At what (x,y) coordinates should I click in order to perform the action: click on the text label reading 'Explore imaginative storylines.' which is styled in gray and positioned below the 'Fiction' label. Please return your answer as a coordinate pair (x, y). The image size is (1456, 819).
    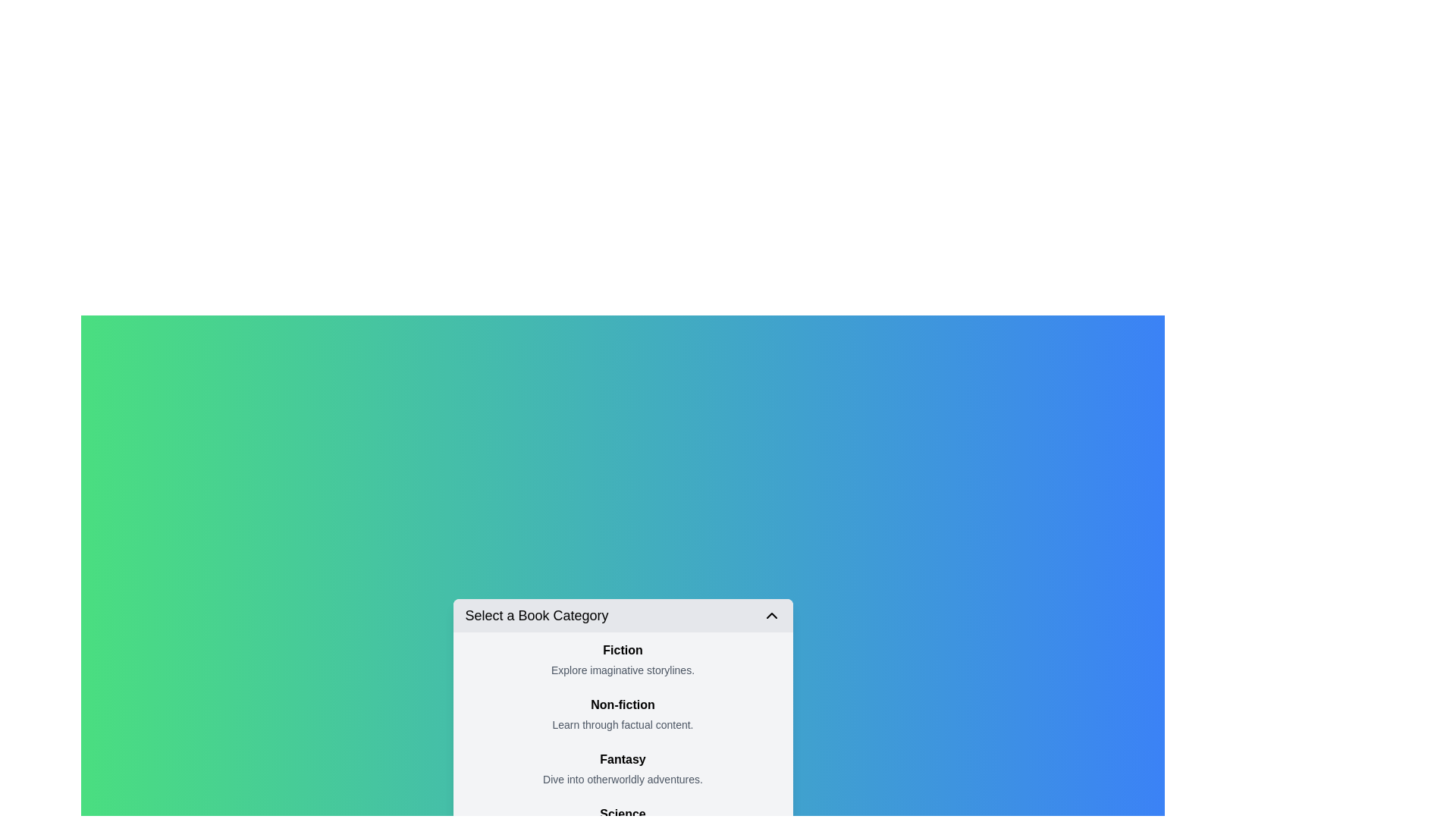
    Looking at the image, I should click on (623, 669).